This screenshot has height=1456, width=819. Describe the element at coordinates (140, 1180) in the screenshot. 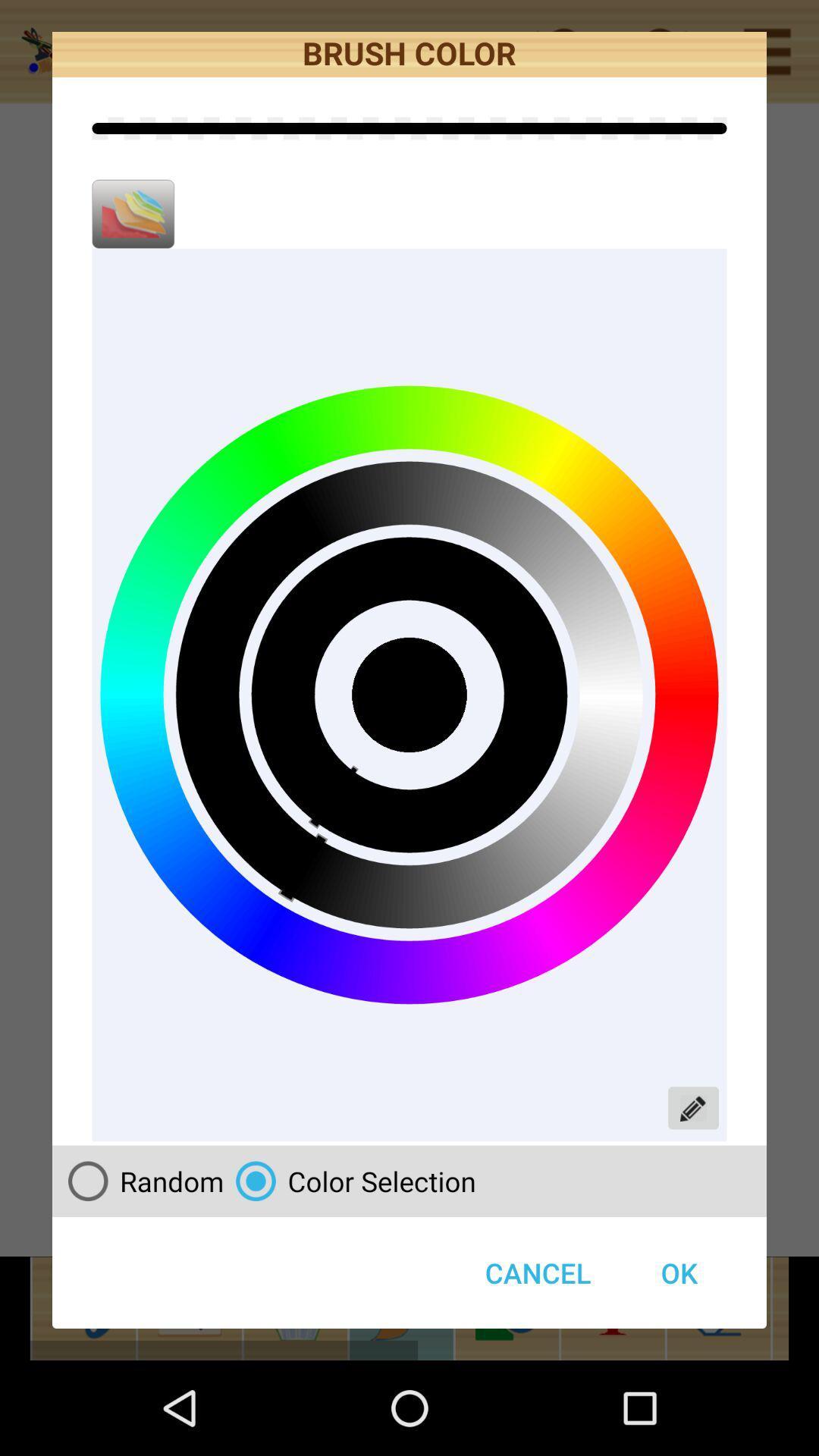

I see `item at the bottom left corner` at that location.